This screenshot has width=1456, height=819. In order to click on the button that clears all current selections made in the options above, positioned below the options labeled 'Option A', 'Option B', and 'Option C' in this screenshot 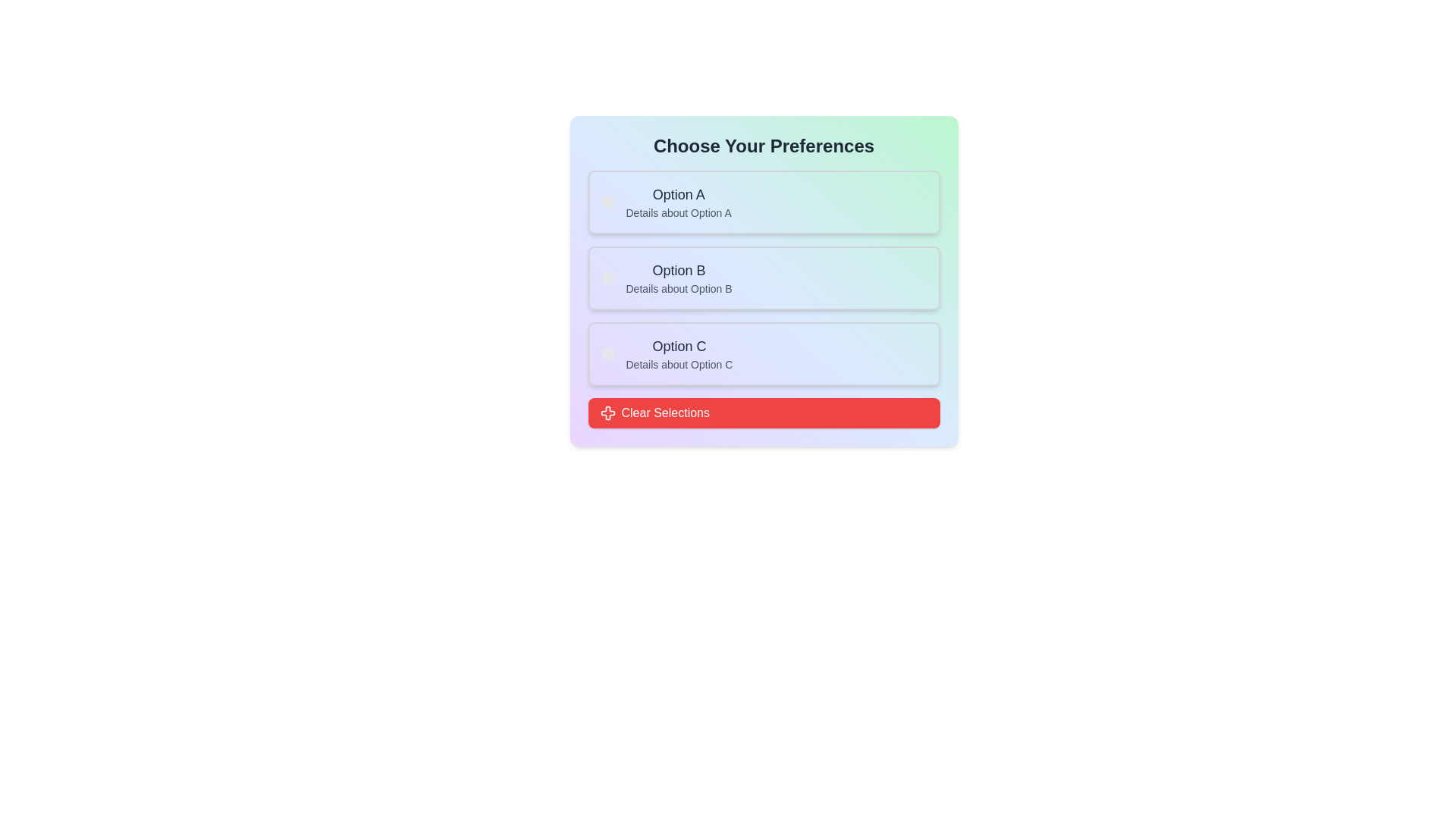, I will do `click(764, 413)`.